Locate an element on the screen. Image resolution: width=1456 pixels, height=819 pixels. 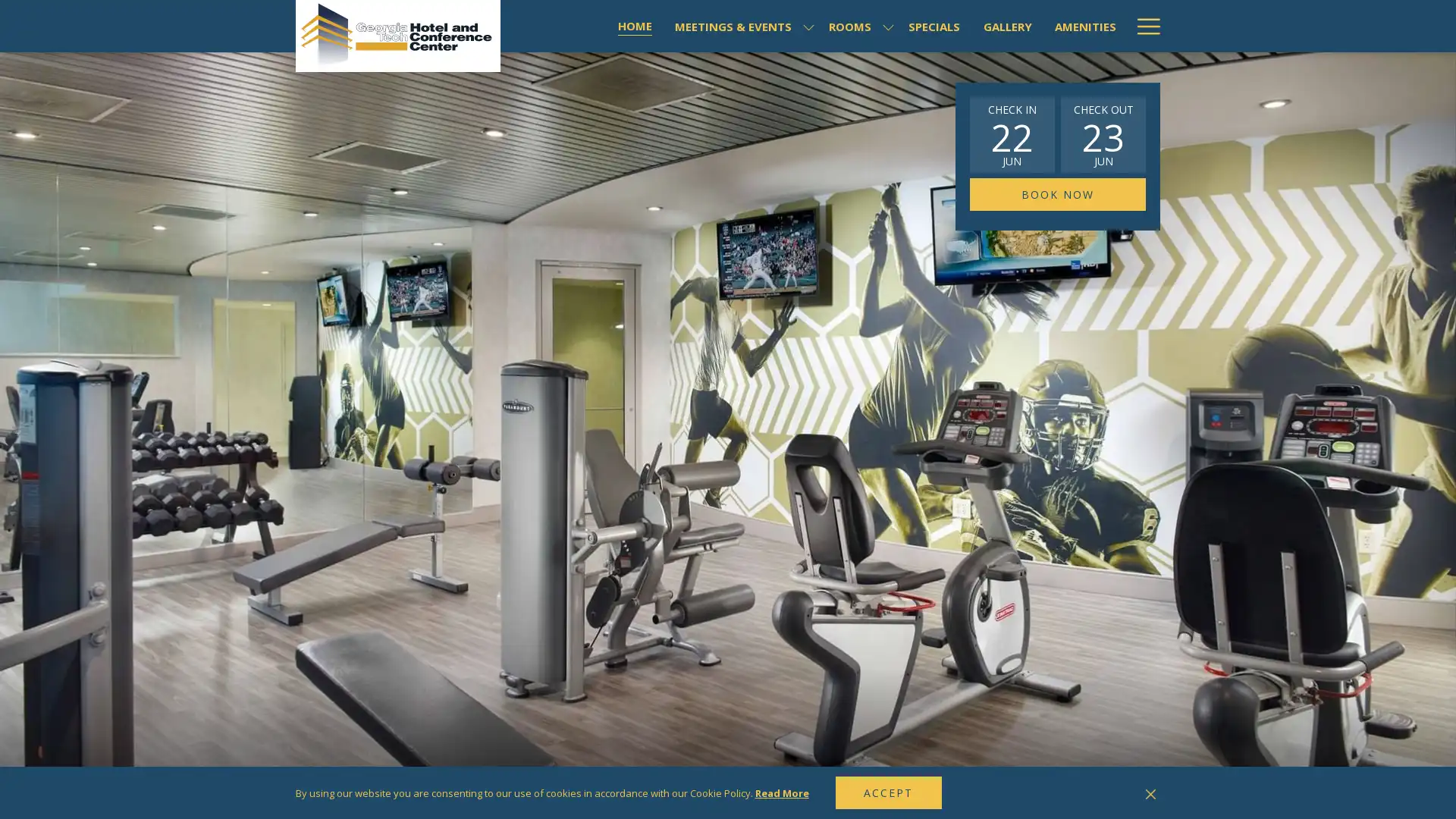
Go to previous slideshow element is located at coordinates (1114, 794).